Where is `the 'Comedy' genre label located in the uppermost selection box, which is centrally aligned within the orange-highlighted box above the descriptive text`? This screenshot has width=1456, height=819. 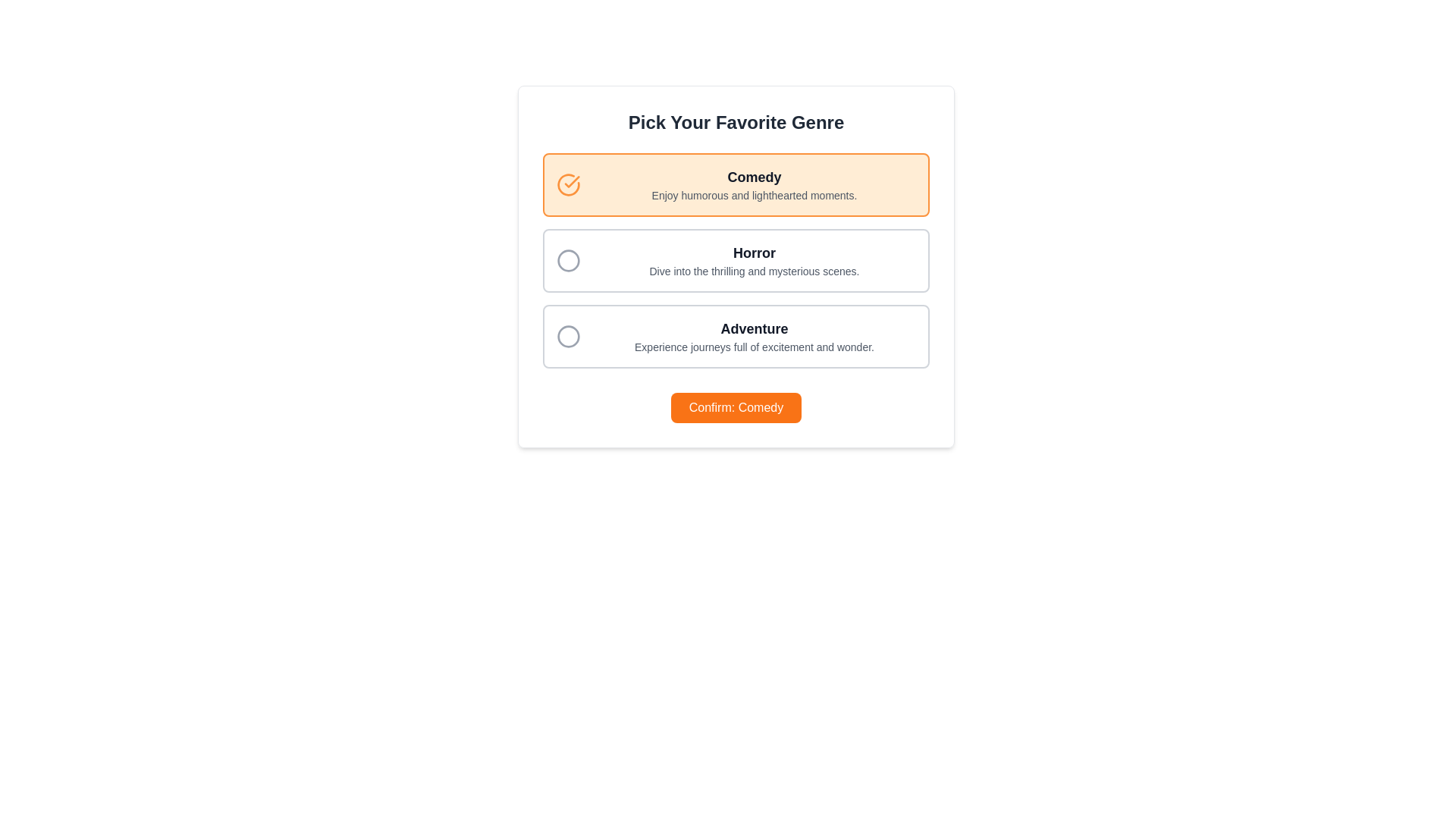
the 'Comedy' genre label located in the uppermost selection box, which is centrally aligned within the orange-highlighted box above the descriptive text is located at coordinates (754, 177).